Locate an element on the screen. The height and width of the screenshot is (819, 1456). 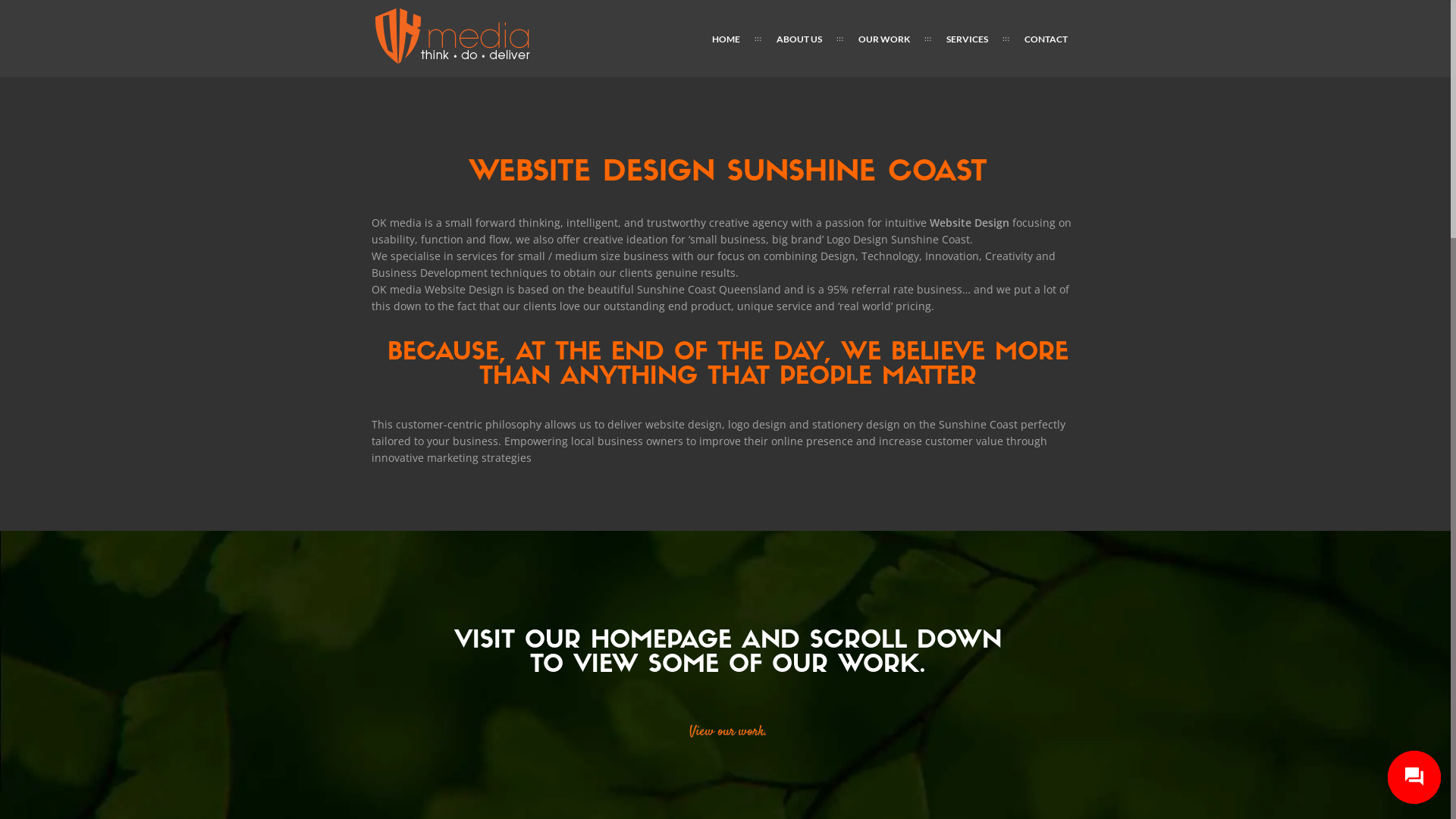
'HOME' is located at coordinates (711, 39).